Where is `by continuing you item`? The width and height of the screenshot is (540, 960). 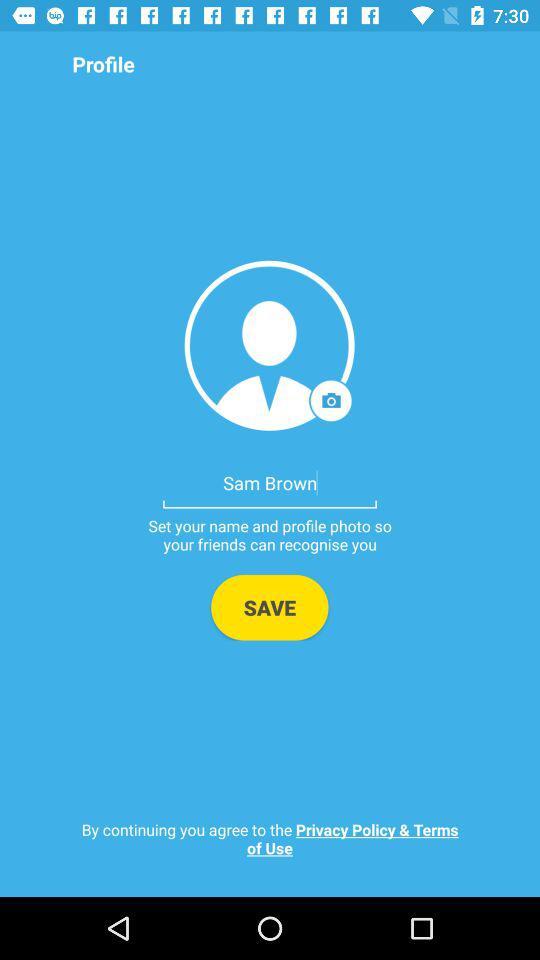 by continuing you item is located at coordinates (270, 838).